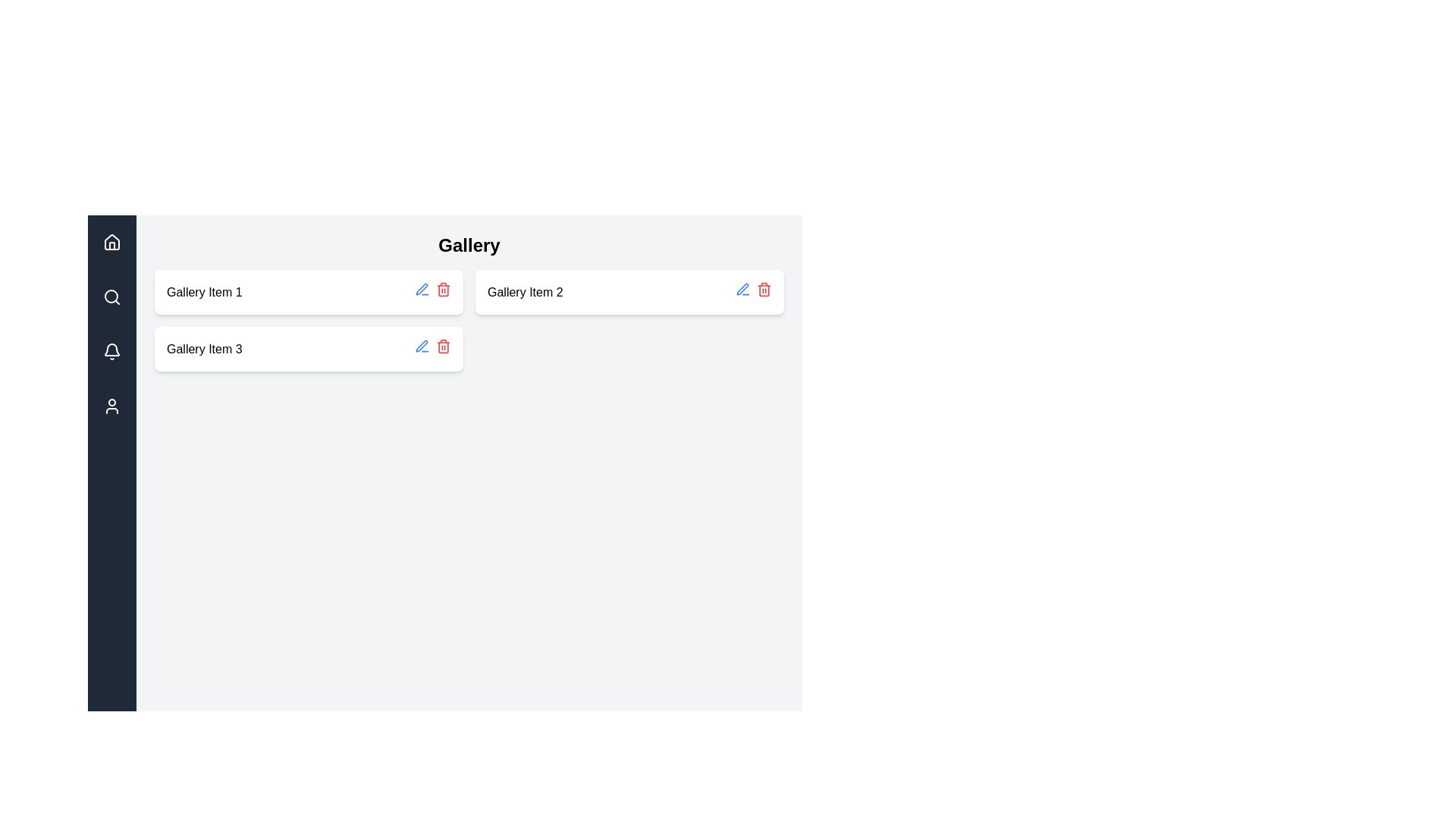 This screenshot has width=1456, height=819. What do you see at coordinates (111, 296) in the screenshot?
I see `the inner circular part of the magnifying glass icon located on the sidebar, which is the second icon from the top` at bounding box center [111, 296].